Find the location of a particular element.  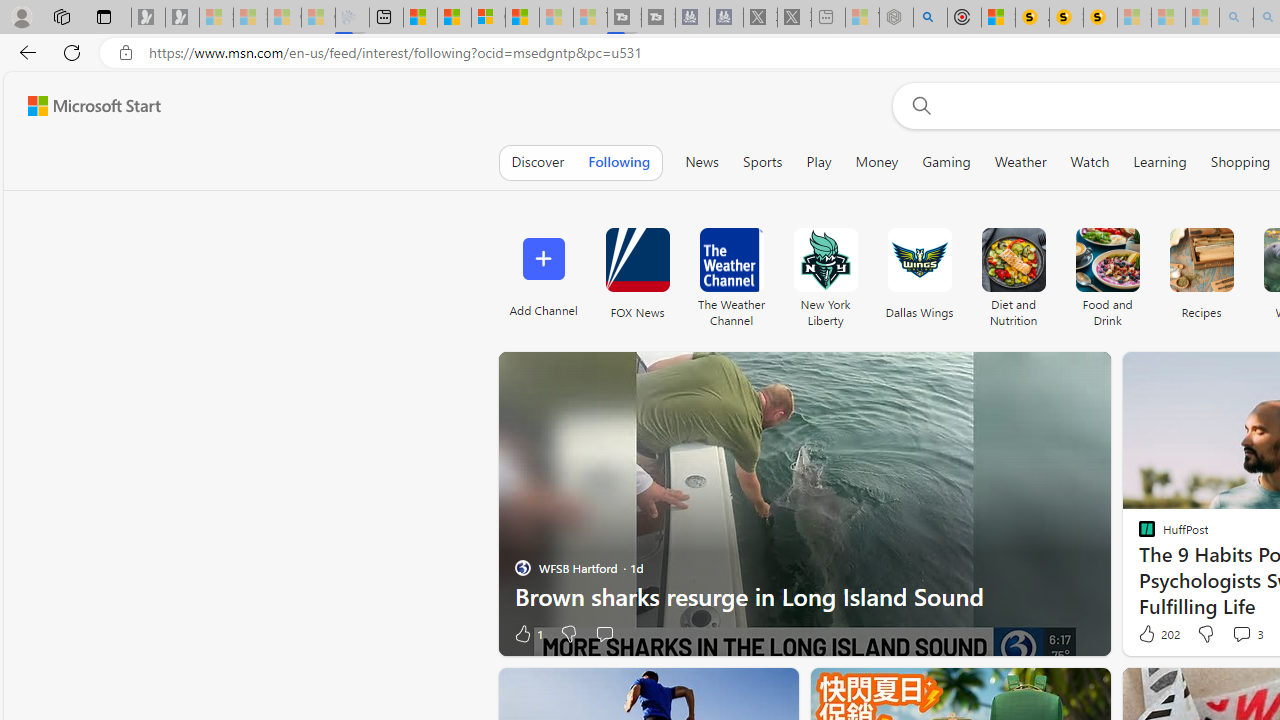

'X - Sleeping' is located at coordinates (793, 17).